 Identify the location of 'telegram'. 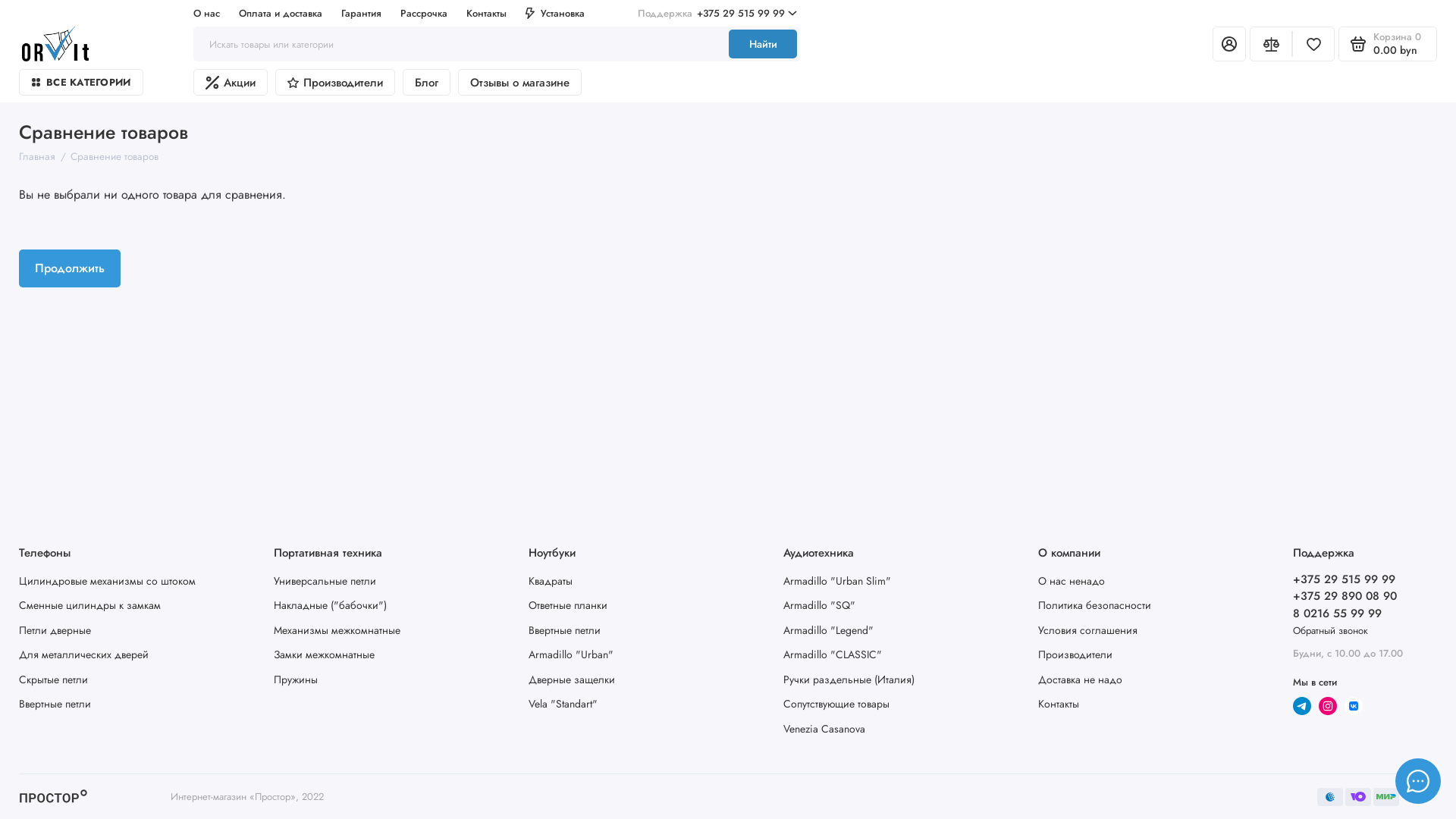
(1301, 705).